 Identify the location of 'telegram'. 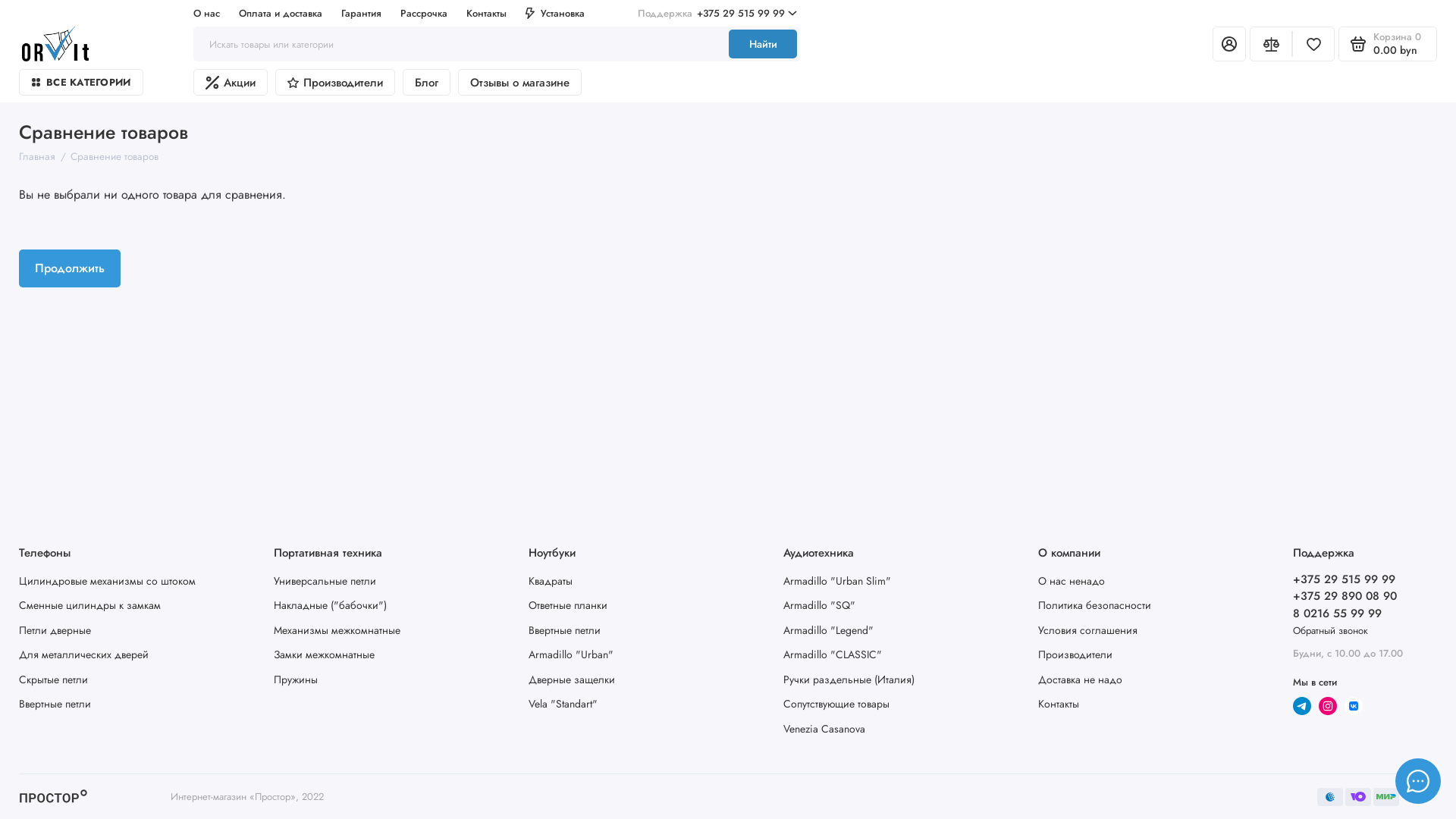
(1301, 705).